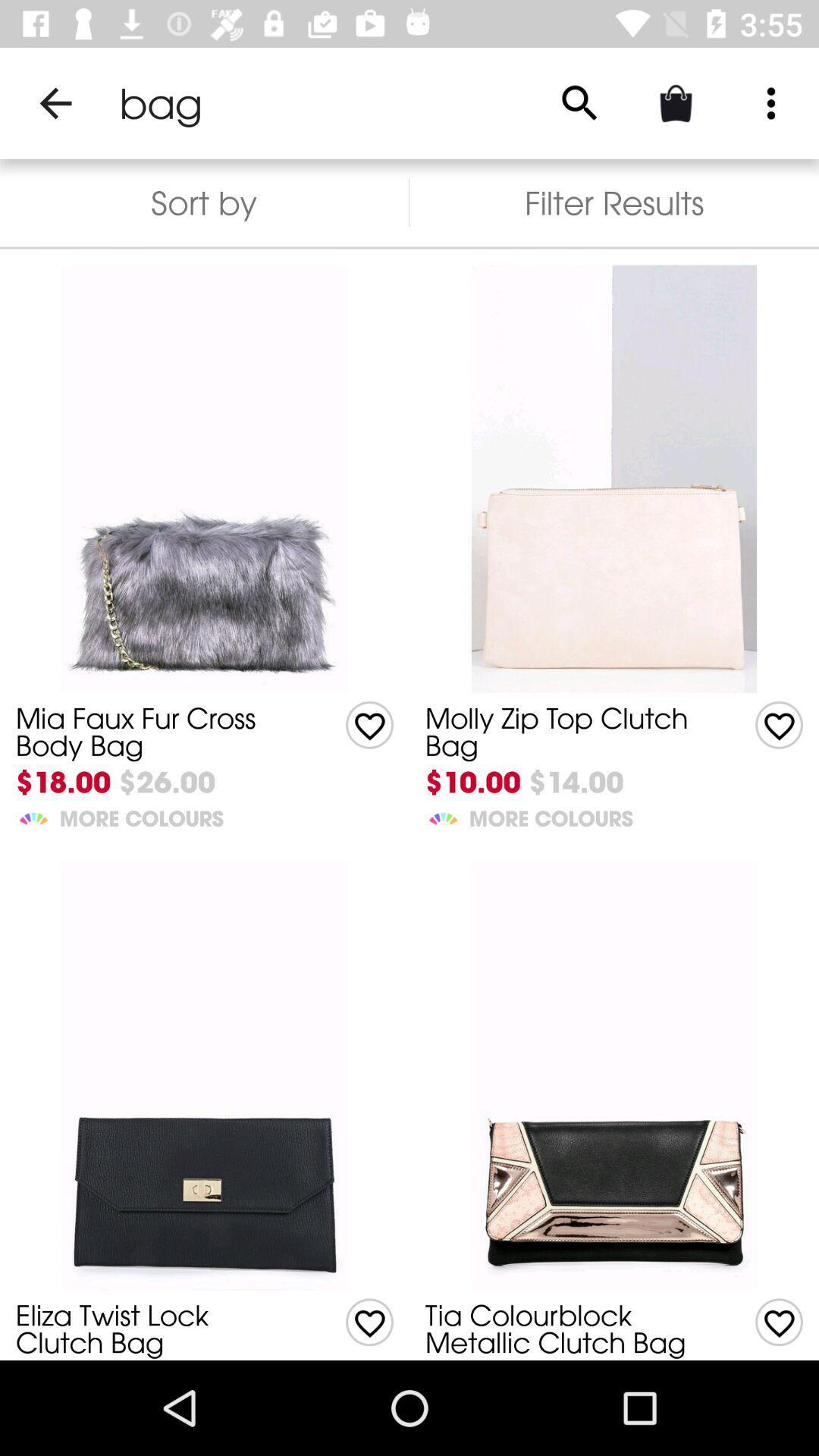 The height and width of the screenshot is (1456, 819). What do you see at coordinates (614, 202) in the screenshot?
I see `filter results icon` at bounding box center [614, 202].